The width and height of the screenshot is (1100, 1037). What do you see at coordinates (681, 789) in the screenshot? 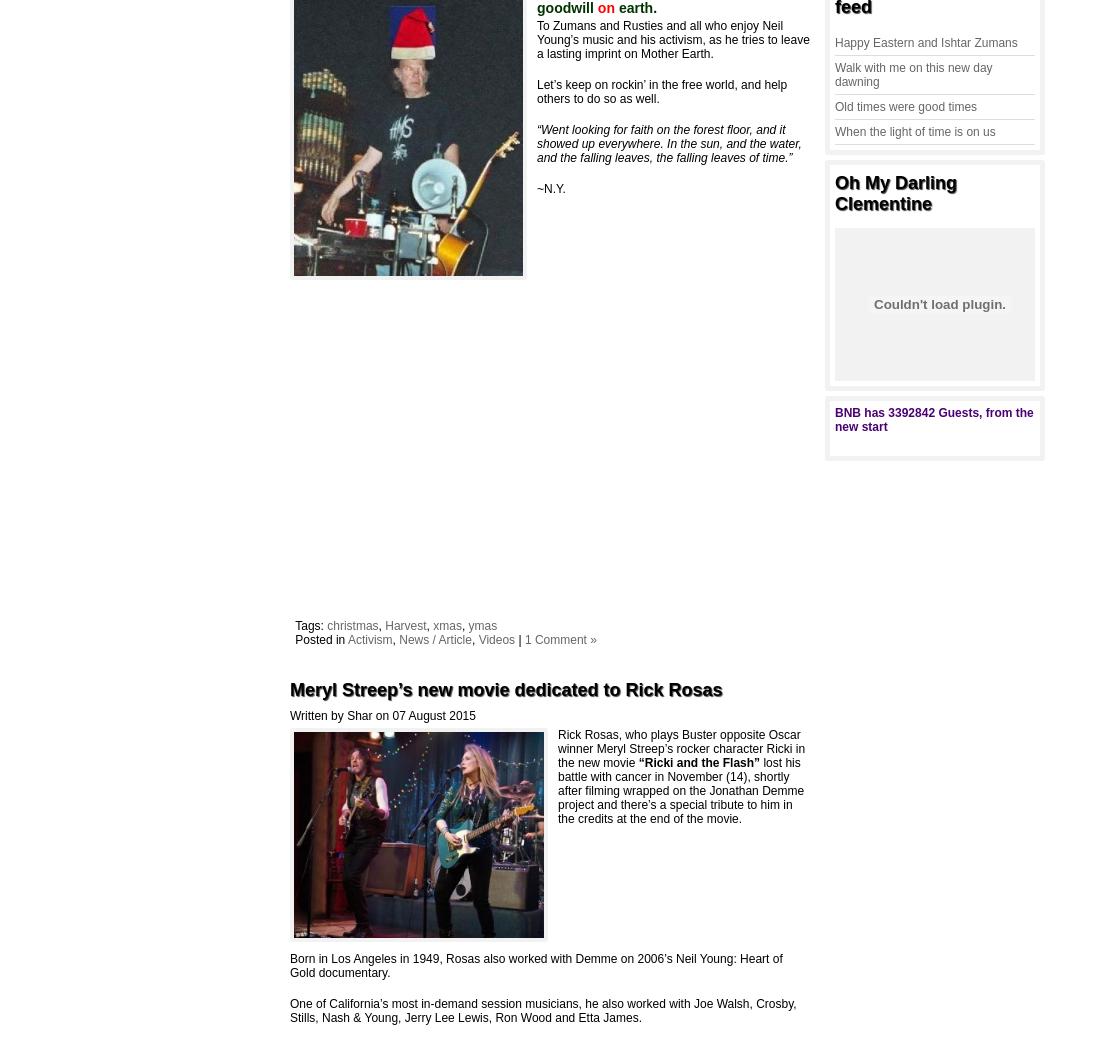
I see `'lost his battle with cancer in November (14), shortly after filming wrapped on the Jonathan Demme project and there’s a special tribute to him in the credits at the end of the movie.'` at bounding box center [681, 789].